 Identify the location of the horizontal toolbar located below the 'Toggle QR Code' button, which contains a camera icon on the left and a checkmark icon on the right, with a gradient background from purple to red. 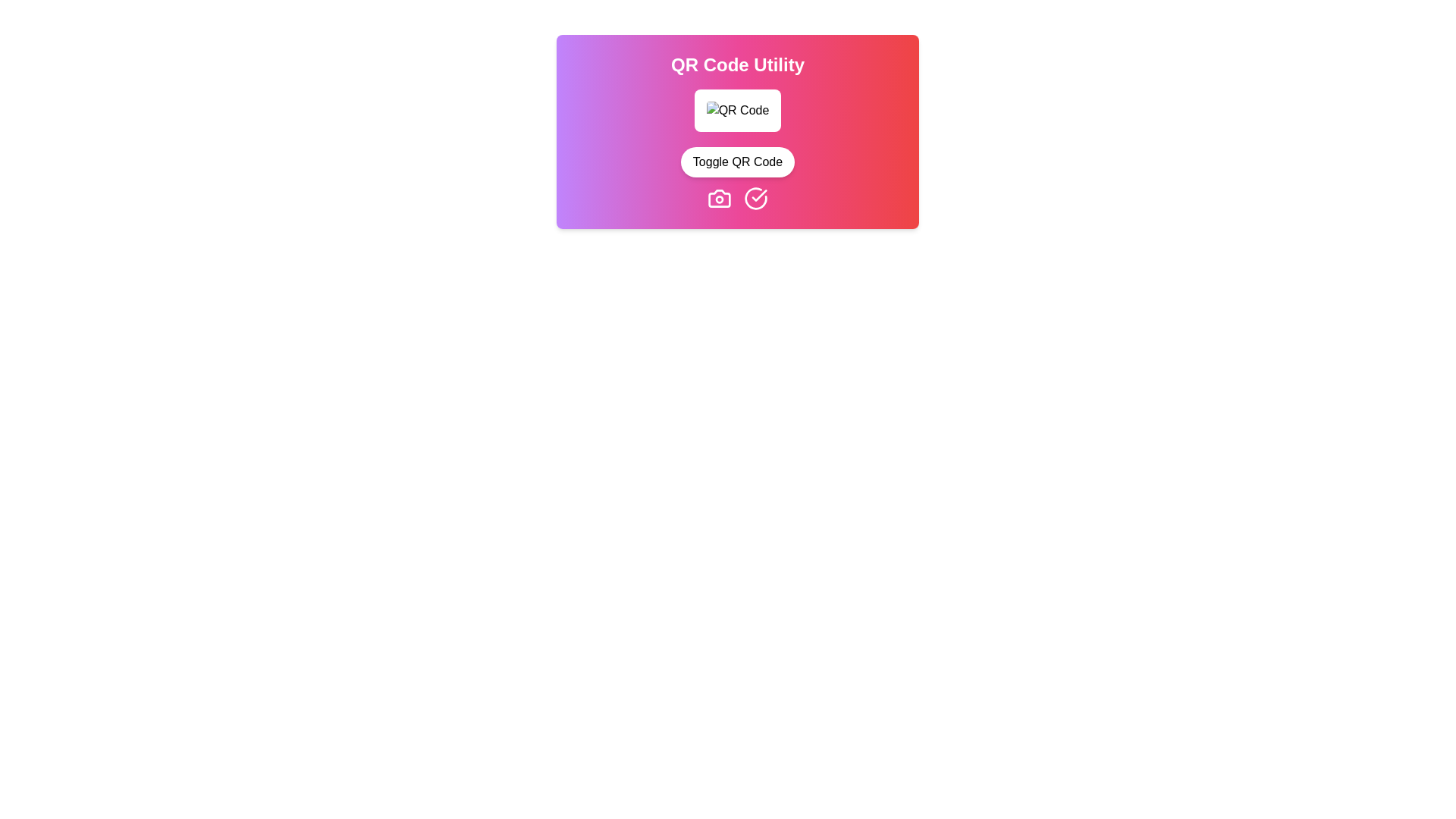
(738, 198).